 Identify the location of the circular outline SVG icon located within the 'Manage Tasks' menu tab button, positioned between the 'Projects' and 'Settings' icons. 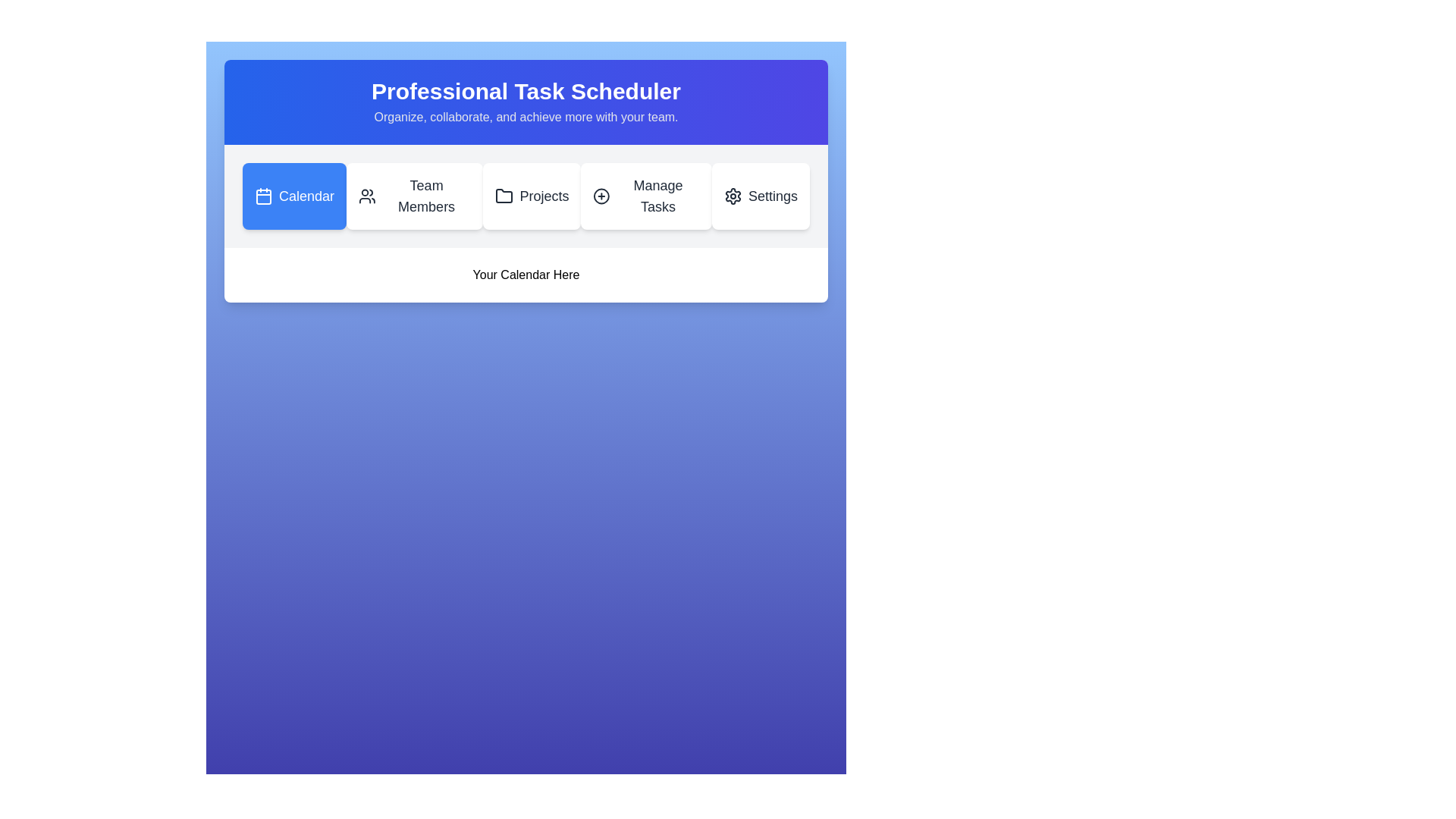
(601, 195).